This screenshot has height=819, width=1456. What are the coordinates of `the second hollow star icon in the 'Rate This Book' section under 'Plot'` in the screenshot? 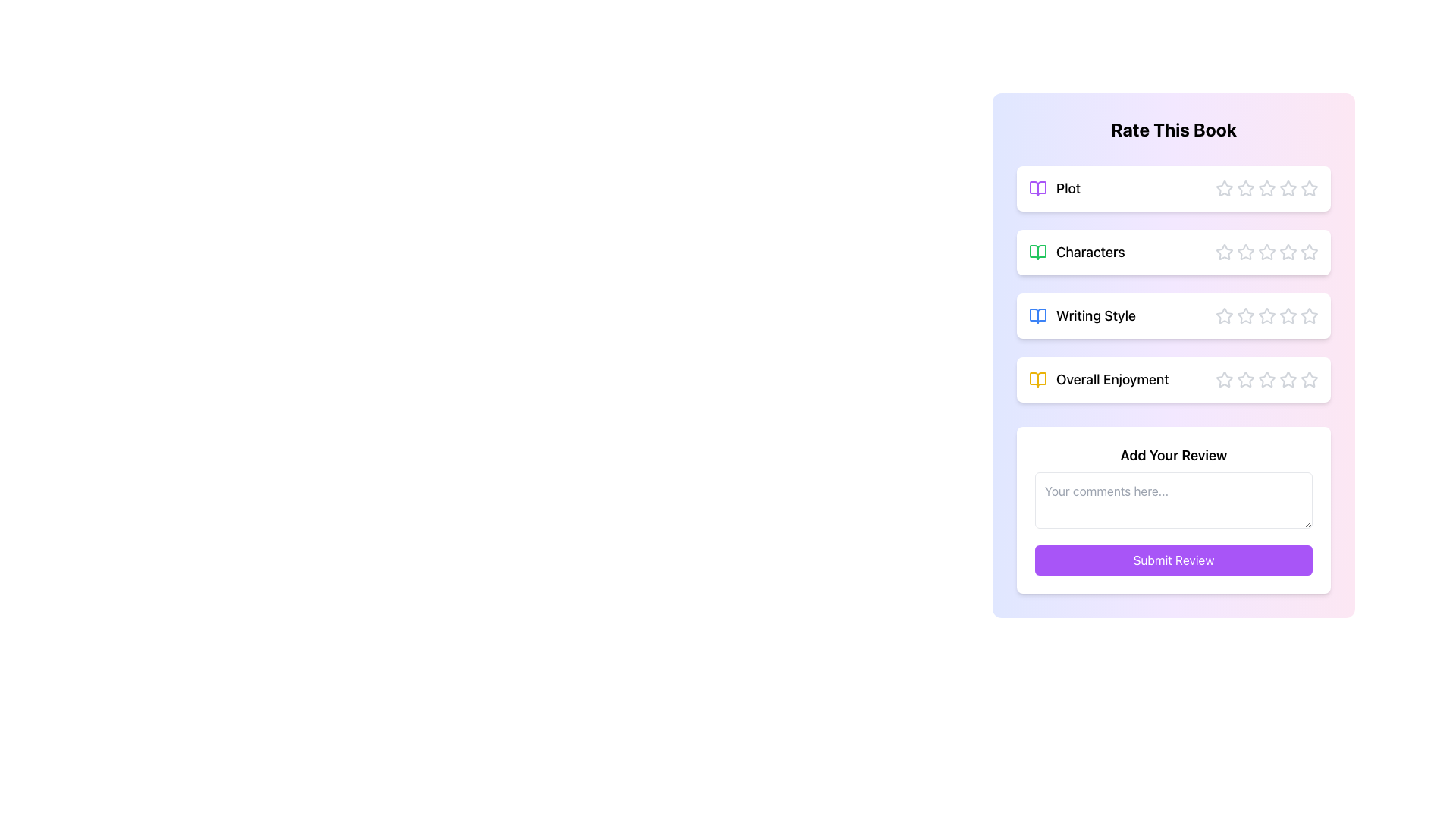 It's located at (1244, 187).